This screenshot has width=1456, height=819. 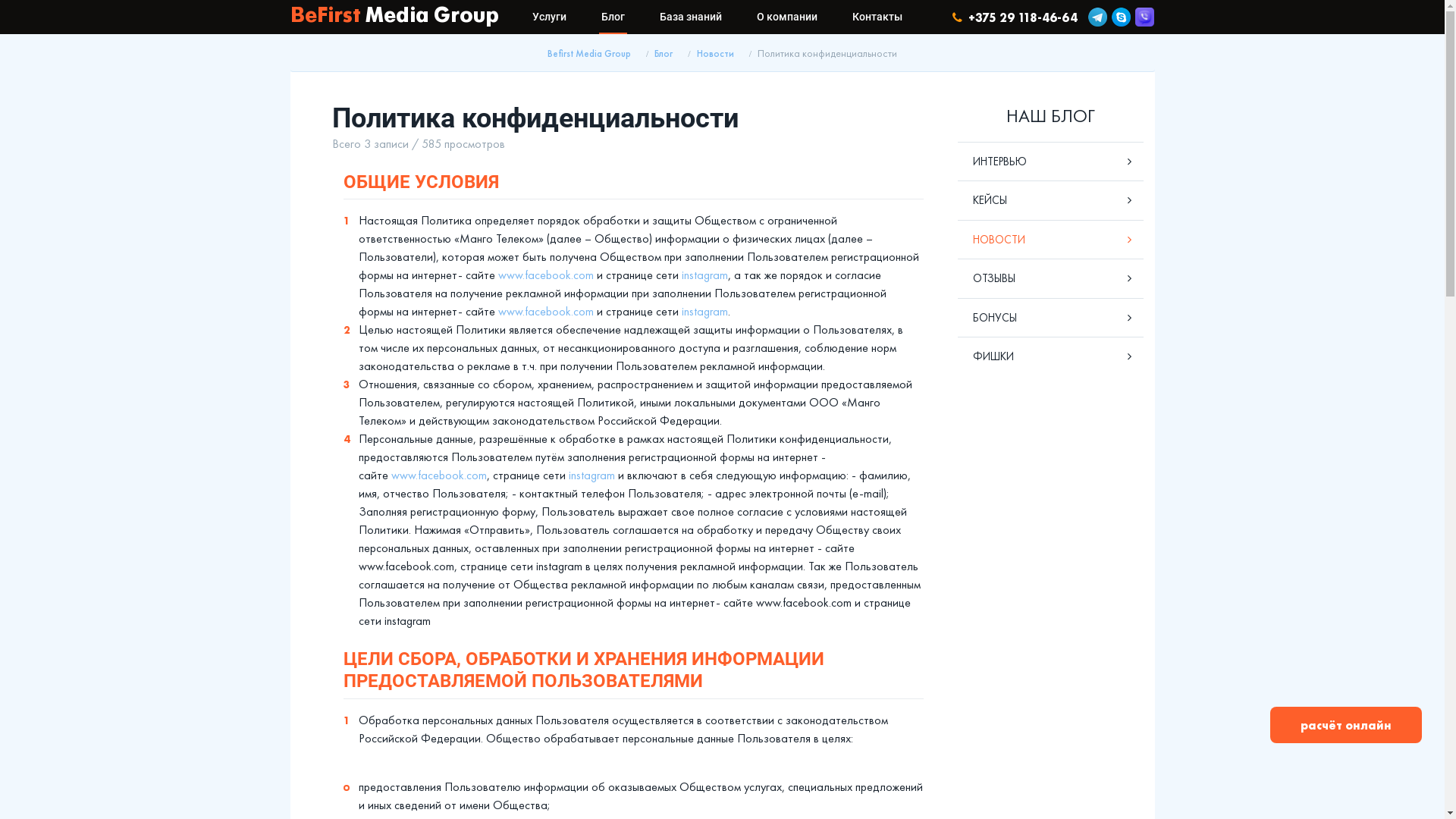 What do you see at coordinates (545, 275) in the screenshot?
I see `'www.facebook.com'` at bounding box center [545, 275].